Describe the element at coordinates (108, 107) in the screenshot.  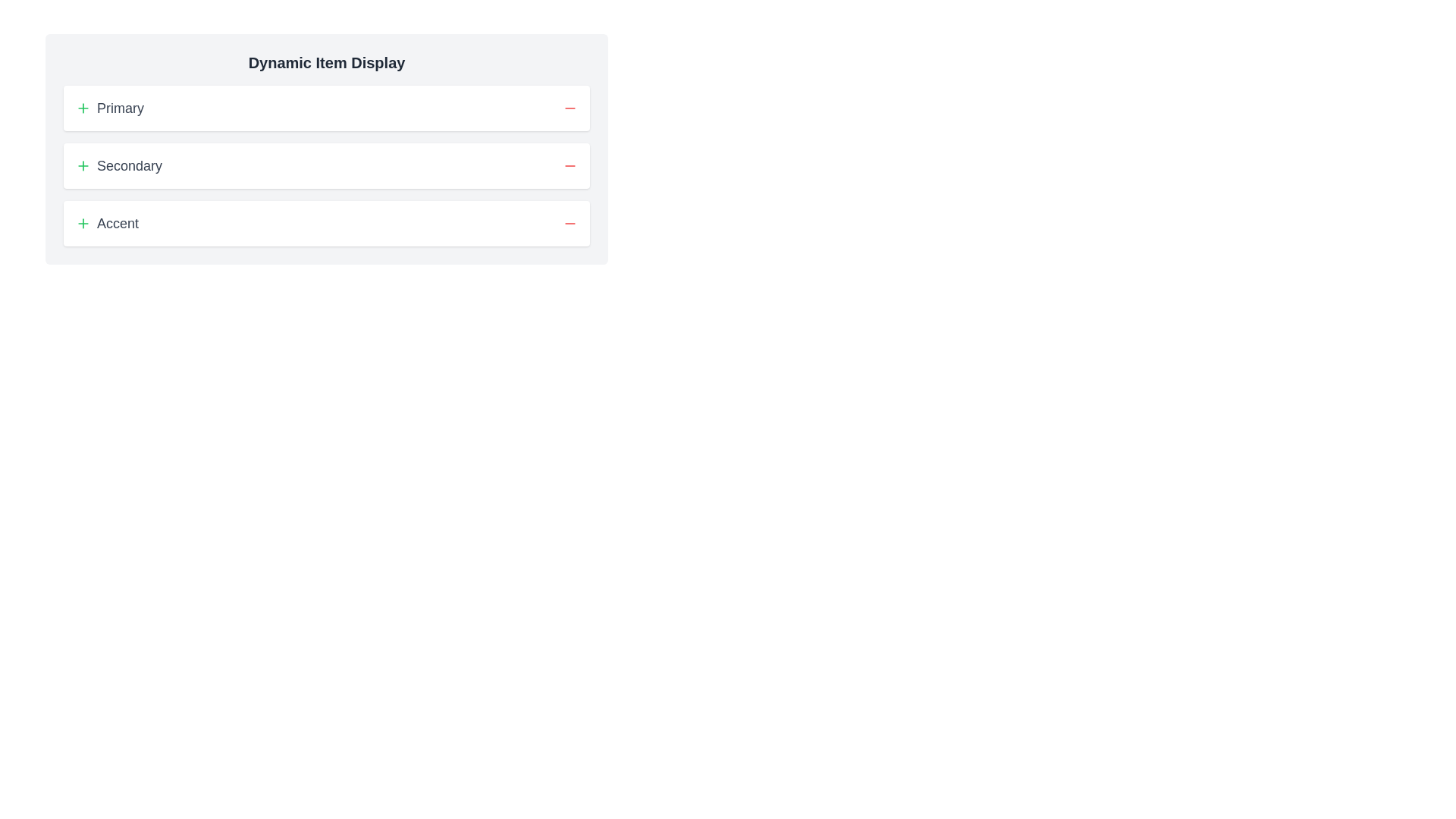
I see `the 'Primary' label with a green '+' icon to highlight its section or category` at that location.